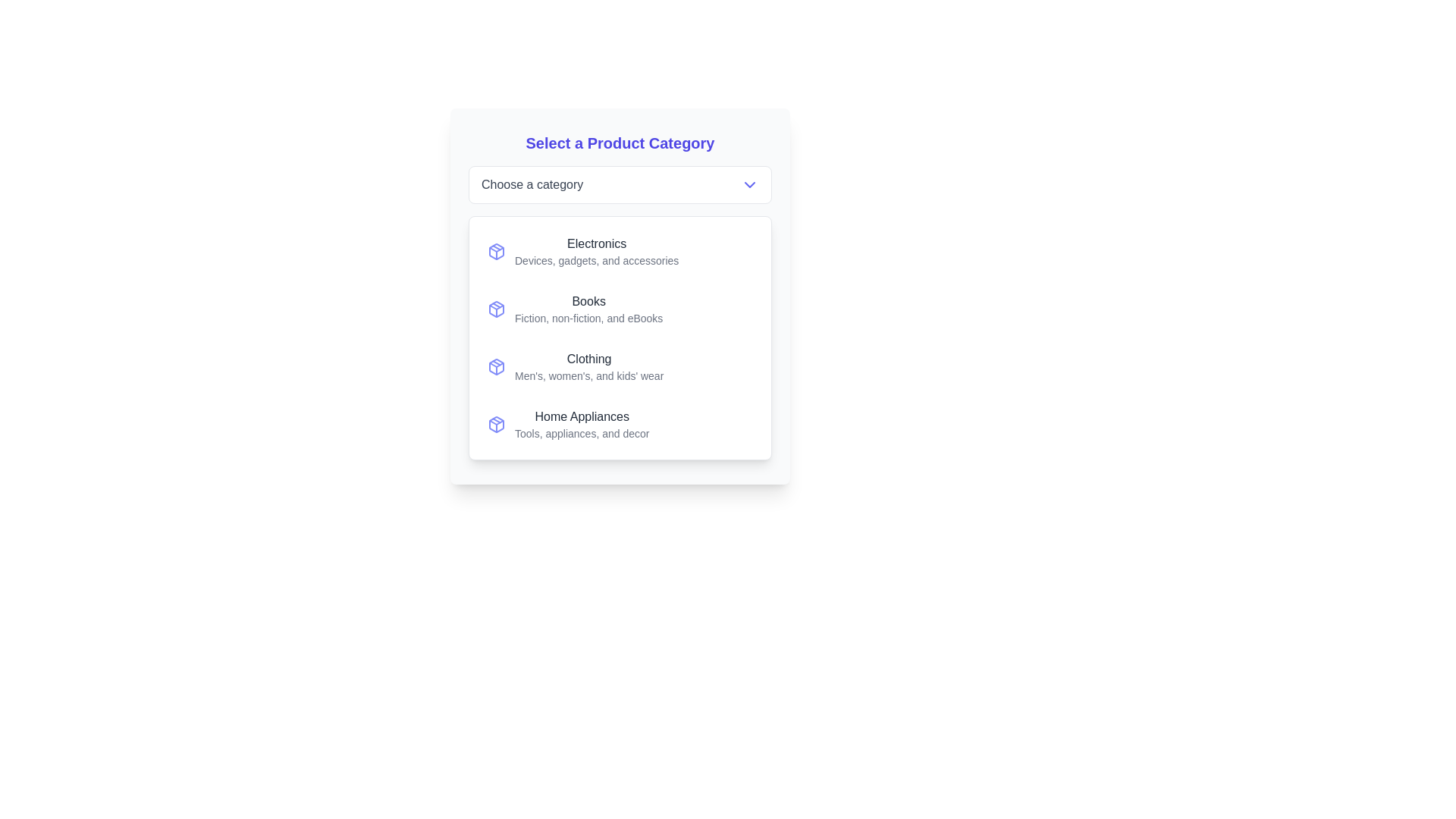  What do you see at coordinates (588, 366) in the screenshot?
I see `the 'Clothing' category selection option in the list of product categories within the card interface titled 'Select a Product Category'` at bounding box center [588, 366].